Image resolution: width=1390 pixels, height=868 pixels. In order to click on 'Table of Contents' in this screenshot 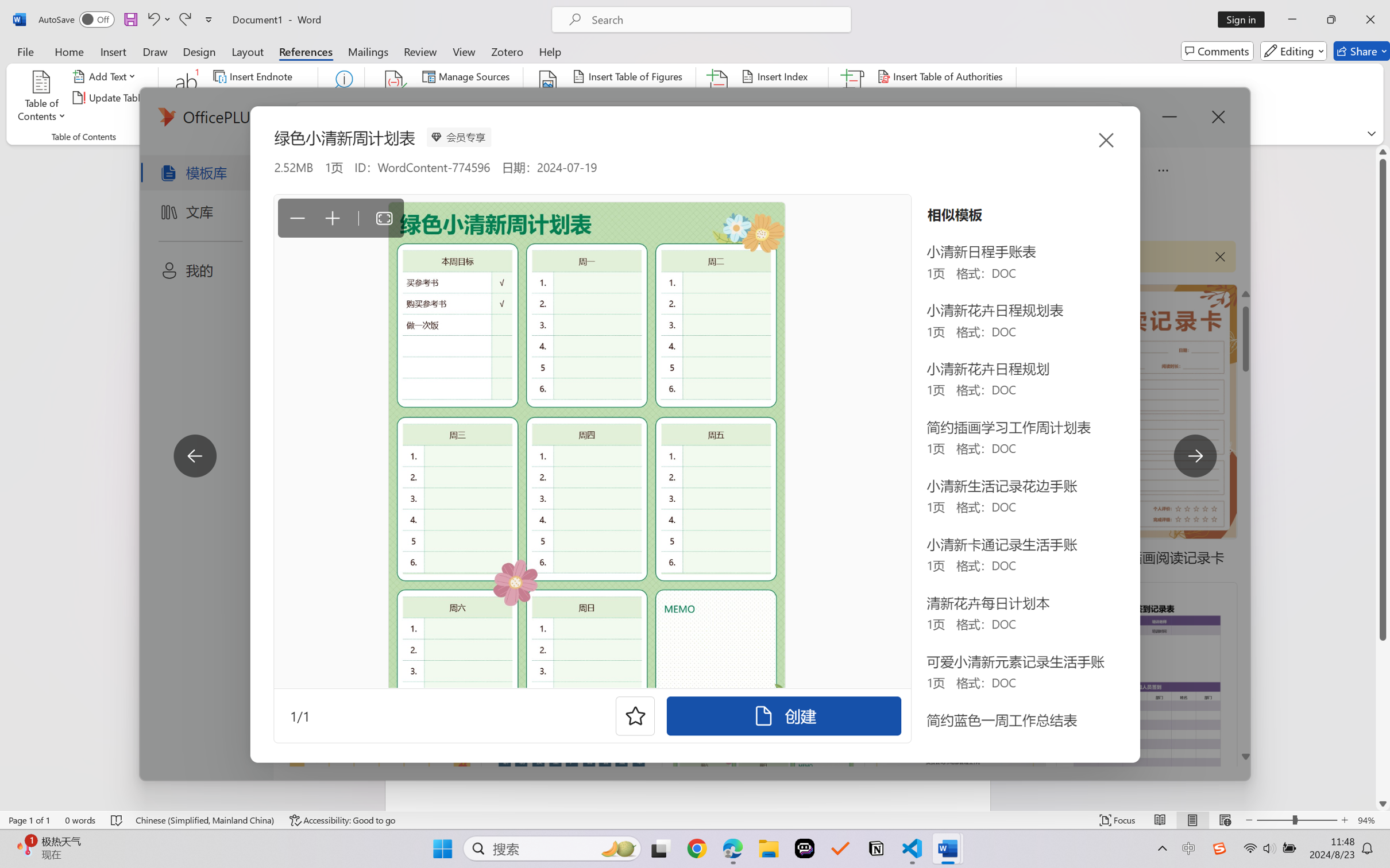, I will do `click(42, 98)`.